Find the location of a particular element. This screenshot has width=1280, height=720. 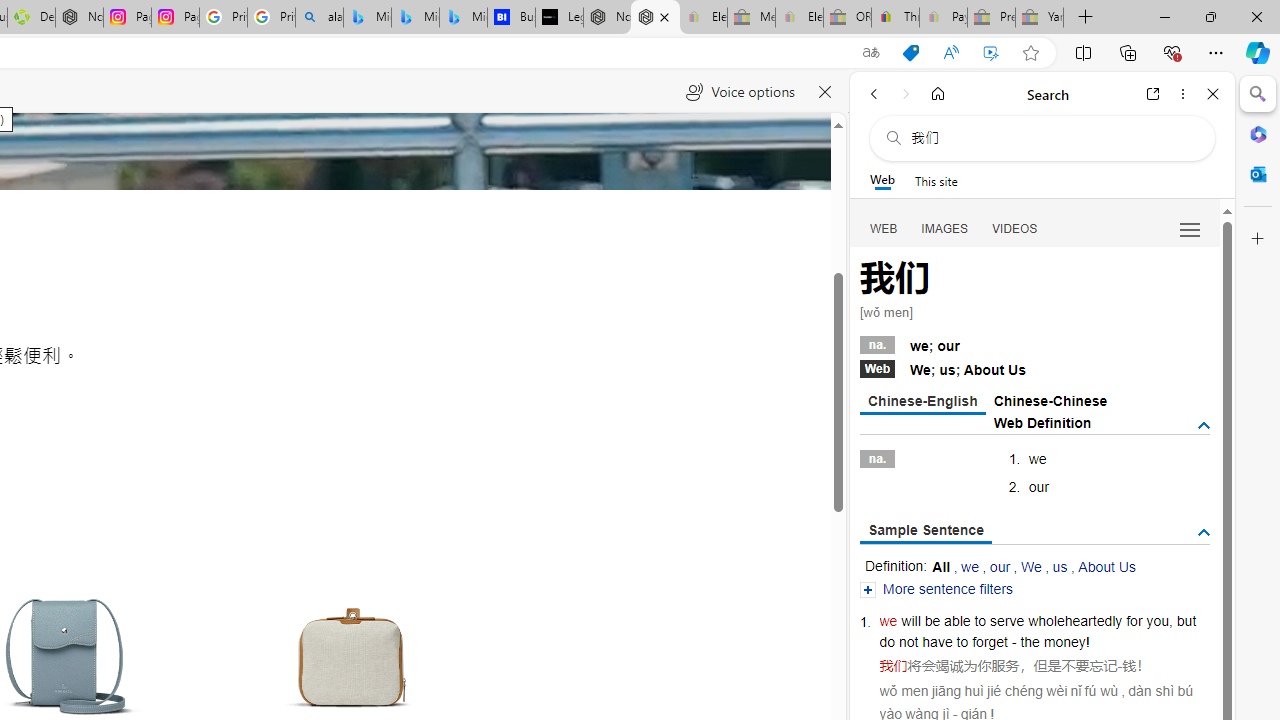

'wholeheartedly' is located at coordinates (1074, 620).